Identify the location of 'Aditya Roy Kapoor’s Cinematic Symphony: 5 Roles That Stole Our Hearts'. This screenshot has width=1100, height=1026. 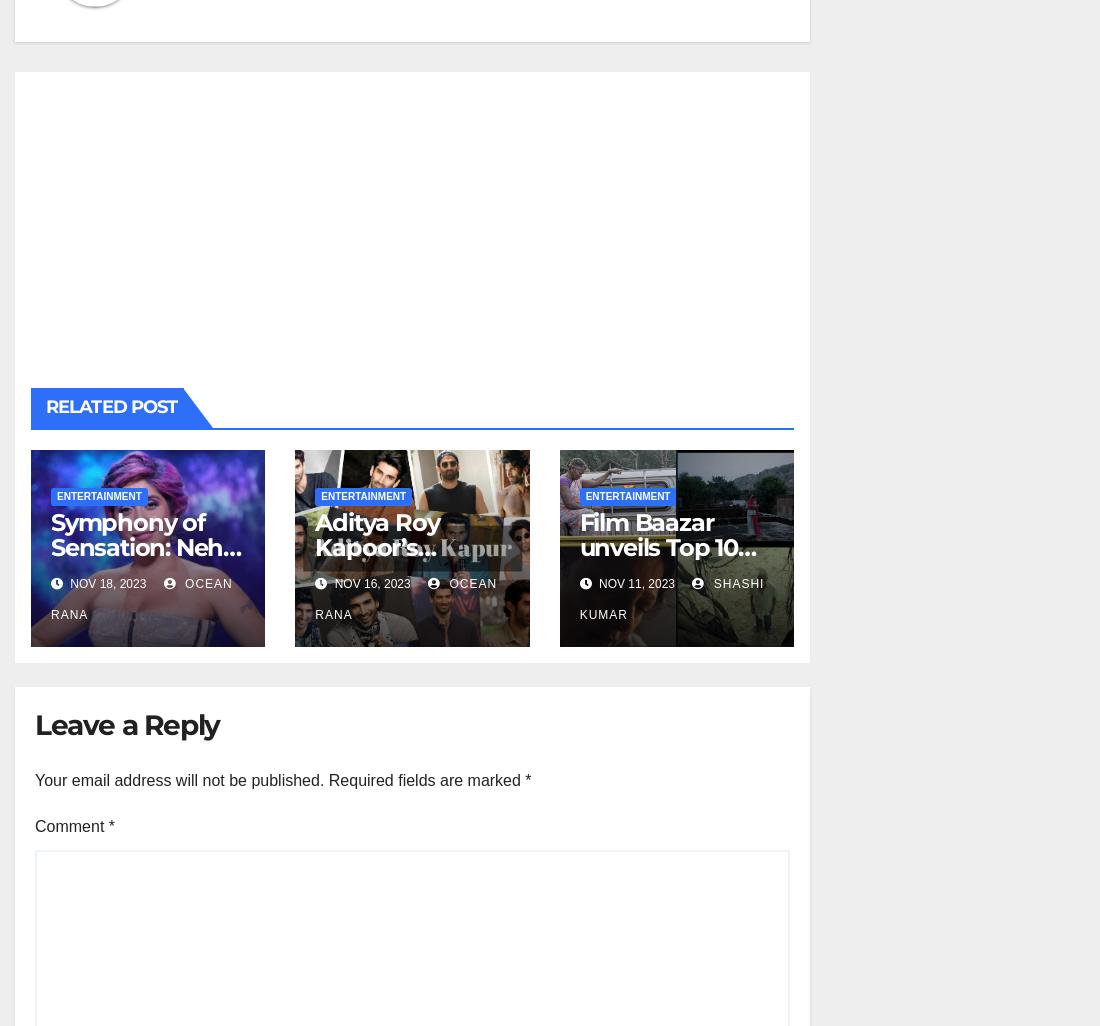
(407, 582).